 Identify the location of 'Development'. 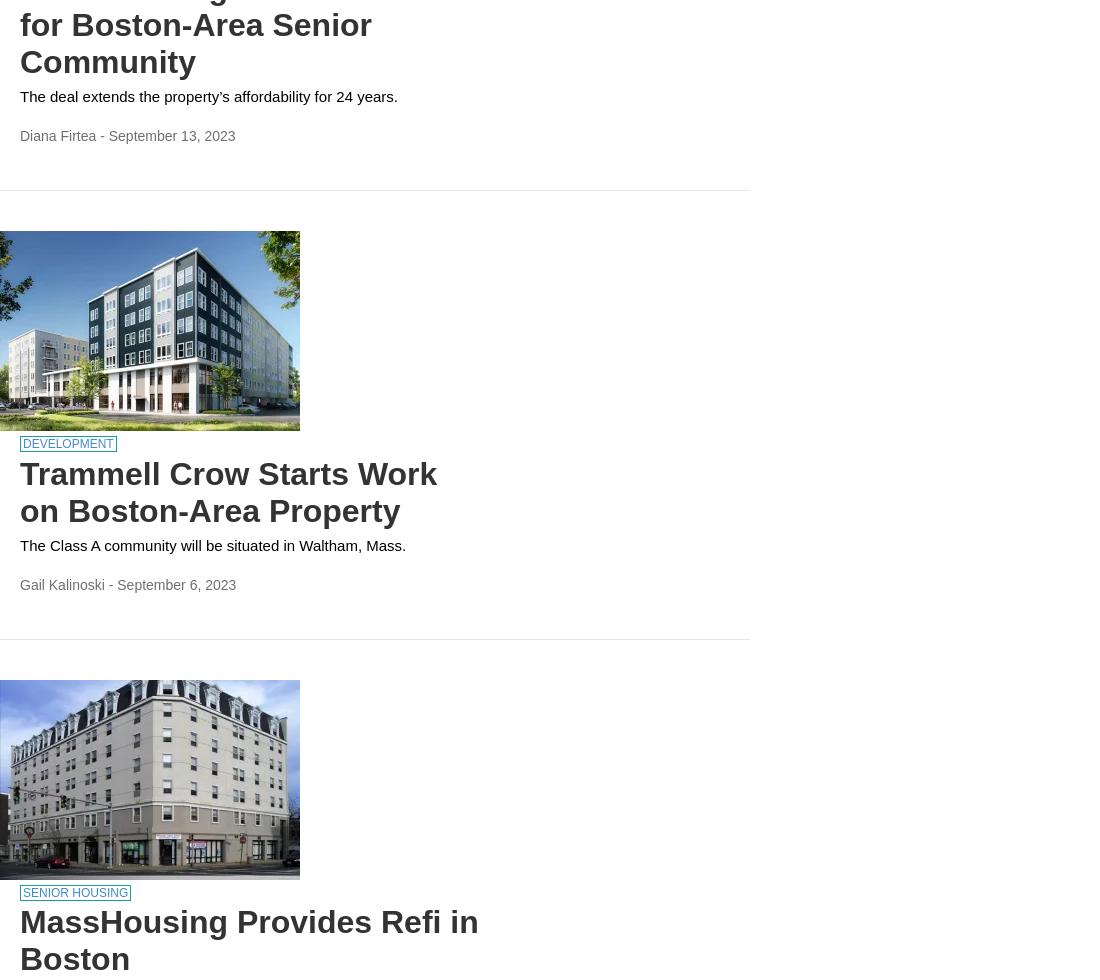
(66, 442).